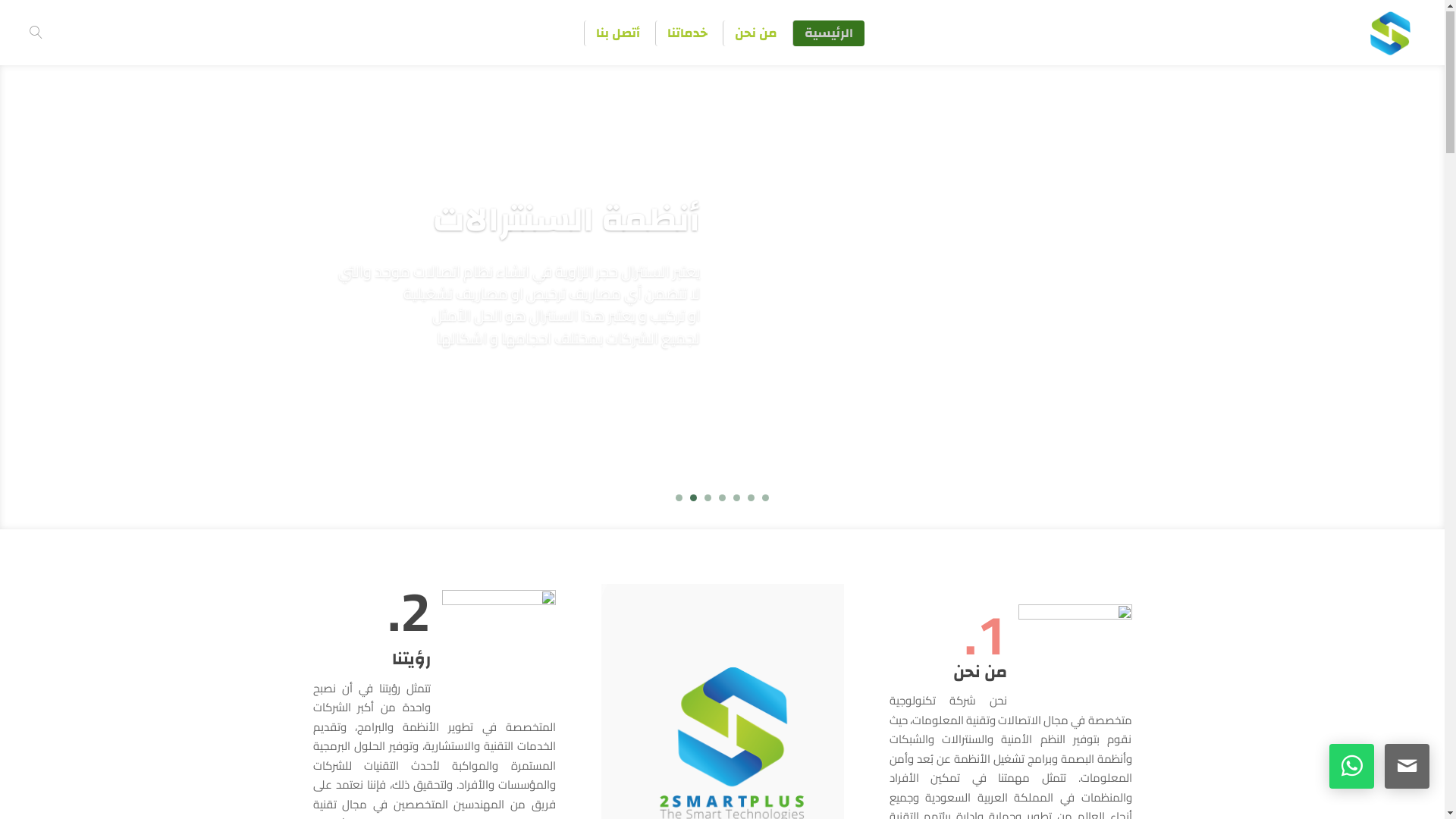 The width and height of the screenshot is (1456, 819). What do you see at coordinates (736, 498) in the screenshot?
I see `'3'` at bounding box center [736, 498].